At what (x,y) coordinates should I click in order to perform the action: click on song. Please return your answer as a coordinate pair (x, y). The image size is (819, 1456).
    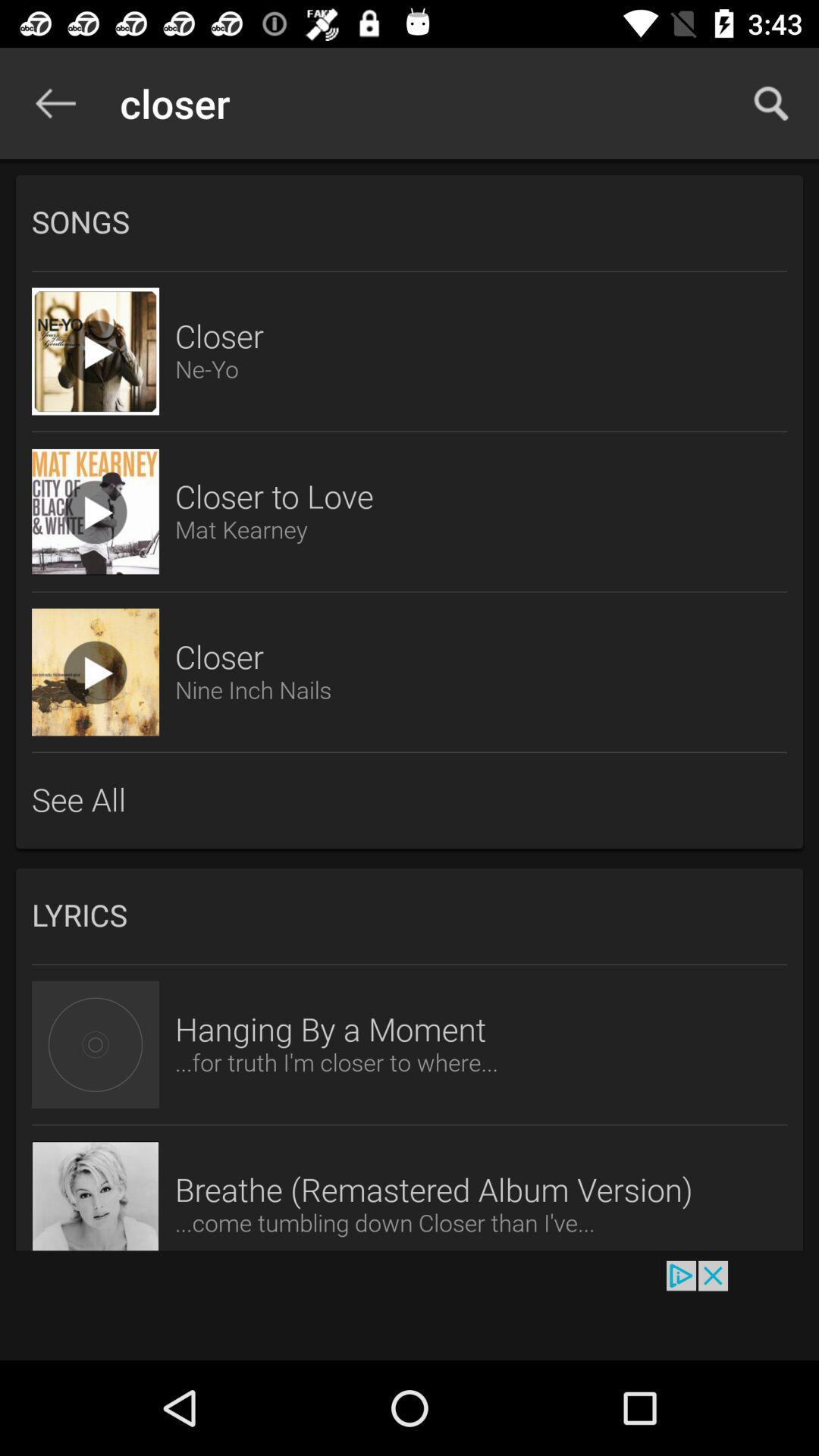
    Looking at the image, I should click on (96, 350).